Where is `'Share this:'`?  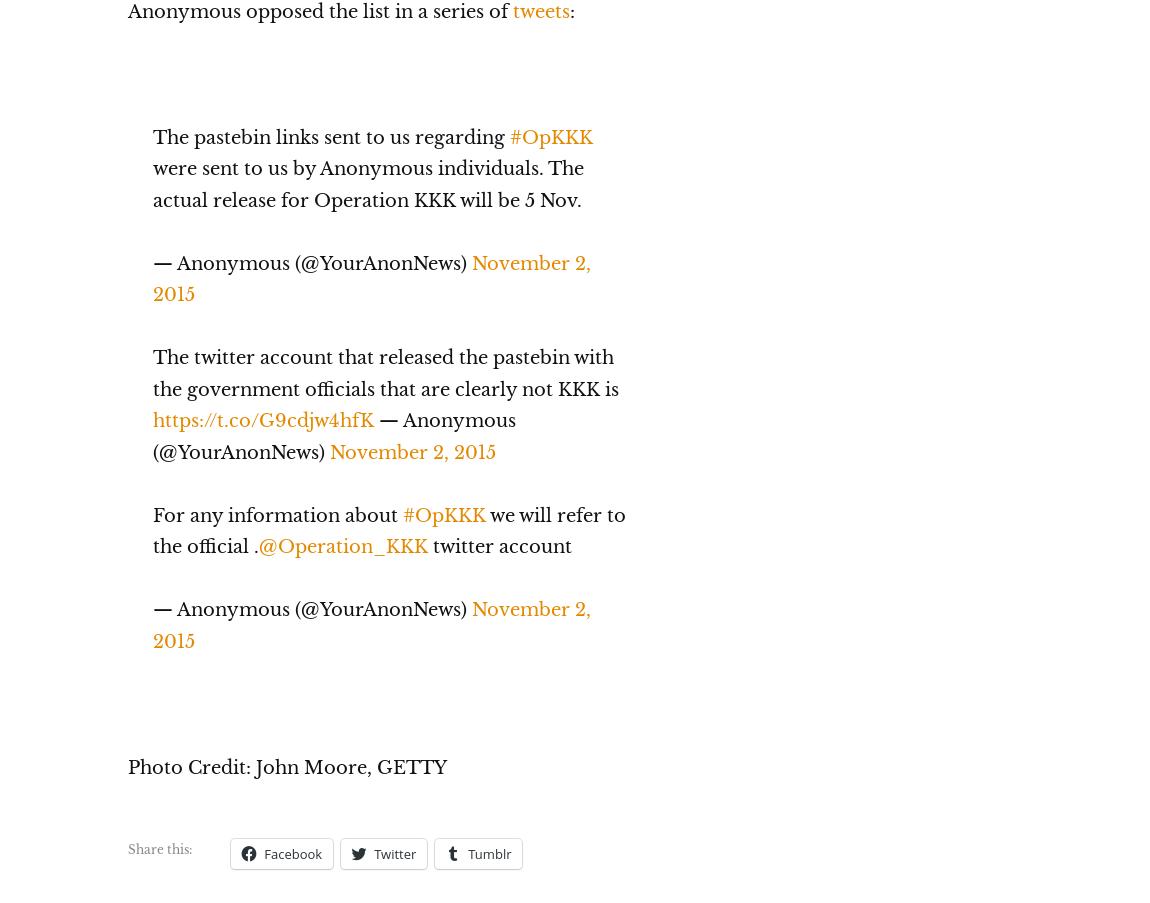 'Share this:' is located at coordinates (125, 848).